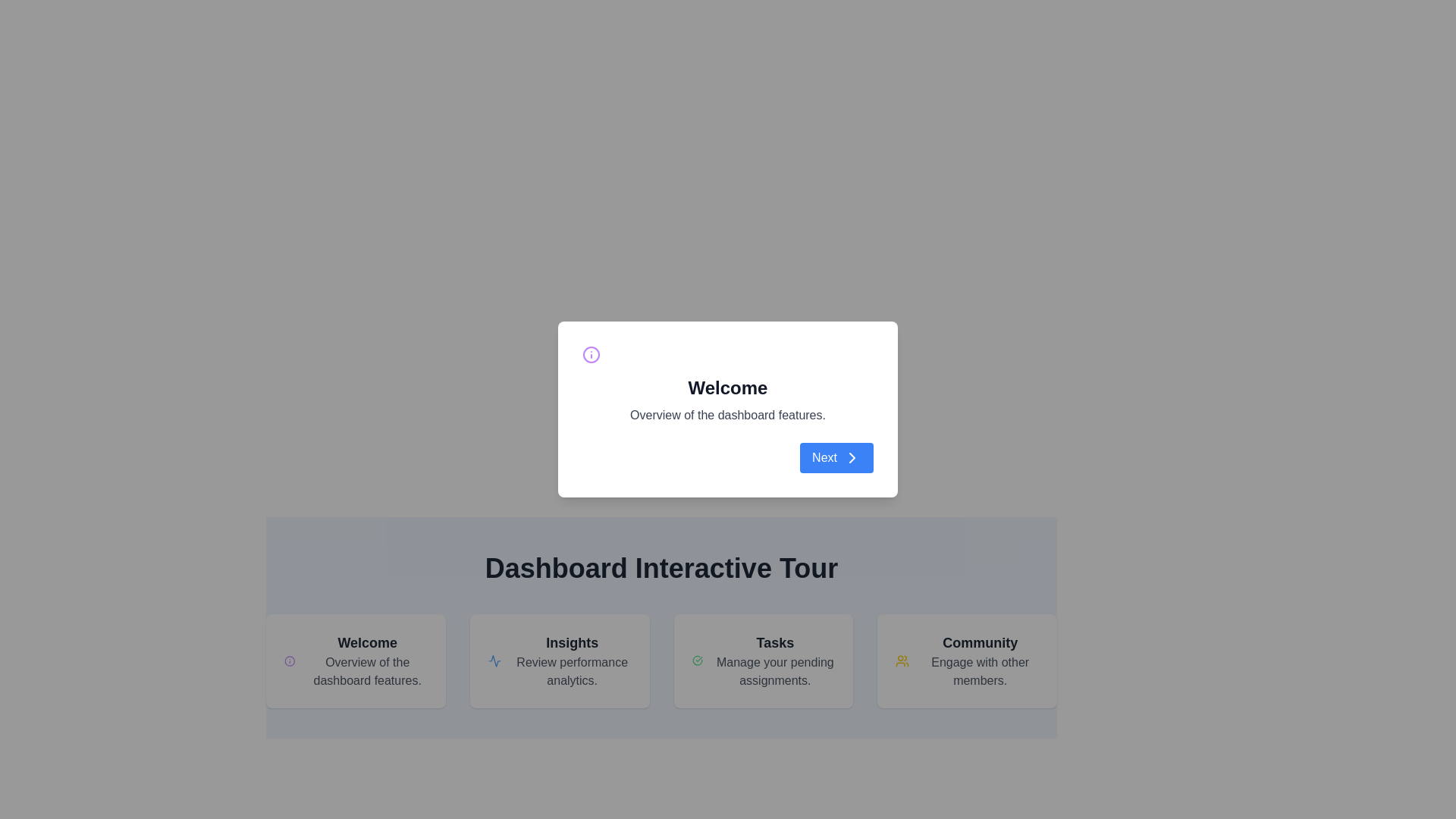  I want to click on the circular icon with a green checkmark inside, located to the left of the text 'Tasks Manage your pending assignments.' in the 'Tasks' card under the 'Dashboard Interactive Tour', so click(697, 660).